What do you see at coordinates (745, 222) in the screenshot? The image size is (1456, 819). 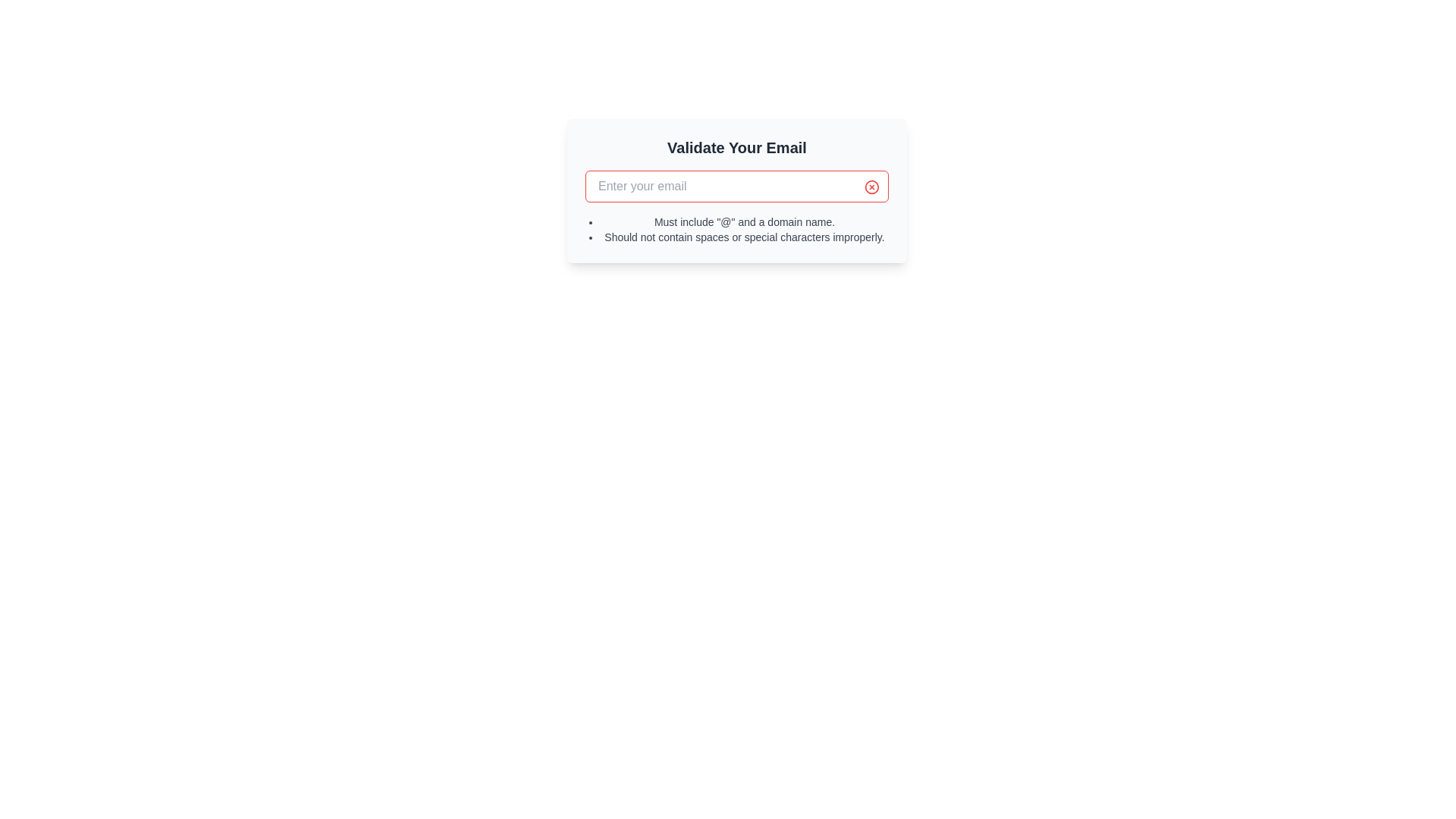 I see `the first Text Label that provides guidance on formatting email addresses, positioned below the input field` at bounding box center [745, 222].